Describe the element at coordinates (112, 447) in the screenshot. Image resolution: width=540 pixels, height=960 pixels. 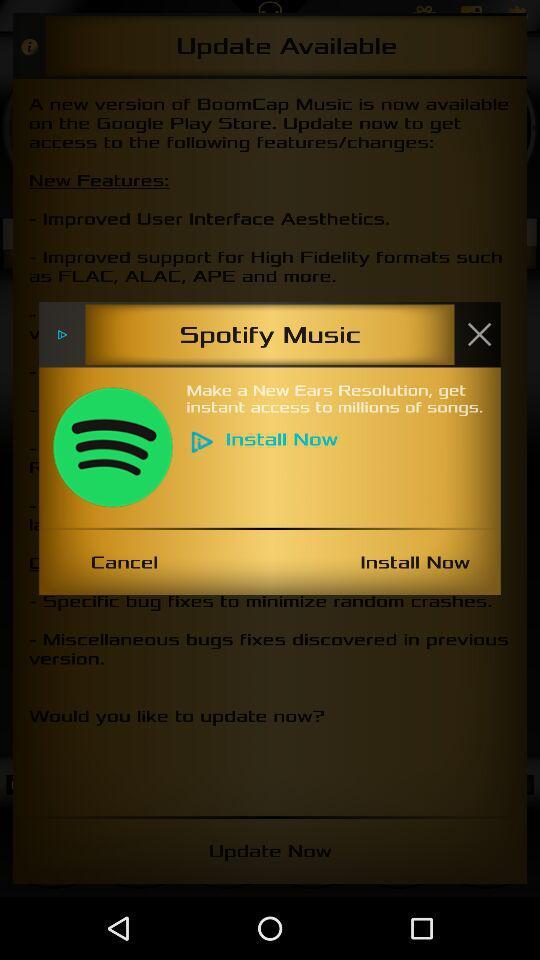
I see `spotify symbol` at that location.